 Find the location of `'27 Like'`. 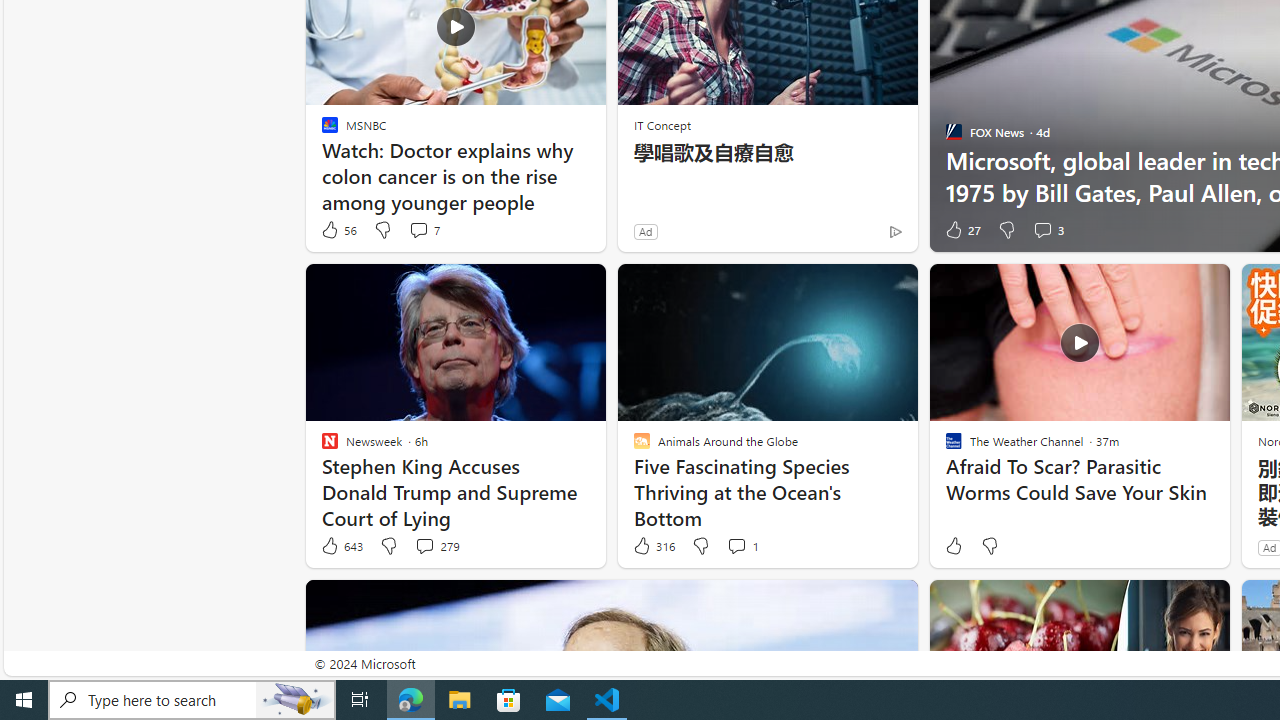

'27 Like' is located at coordinates (961, 229).